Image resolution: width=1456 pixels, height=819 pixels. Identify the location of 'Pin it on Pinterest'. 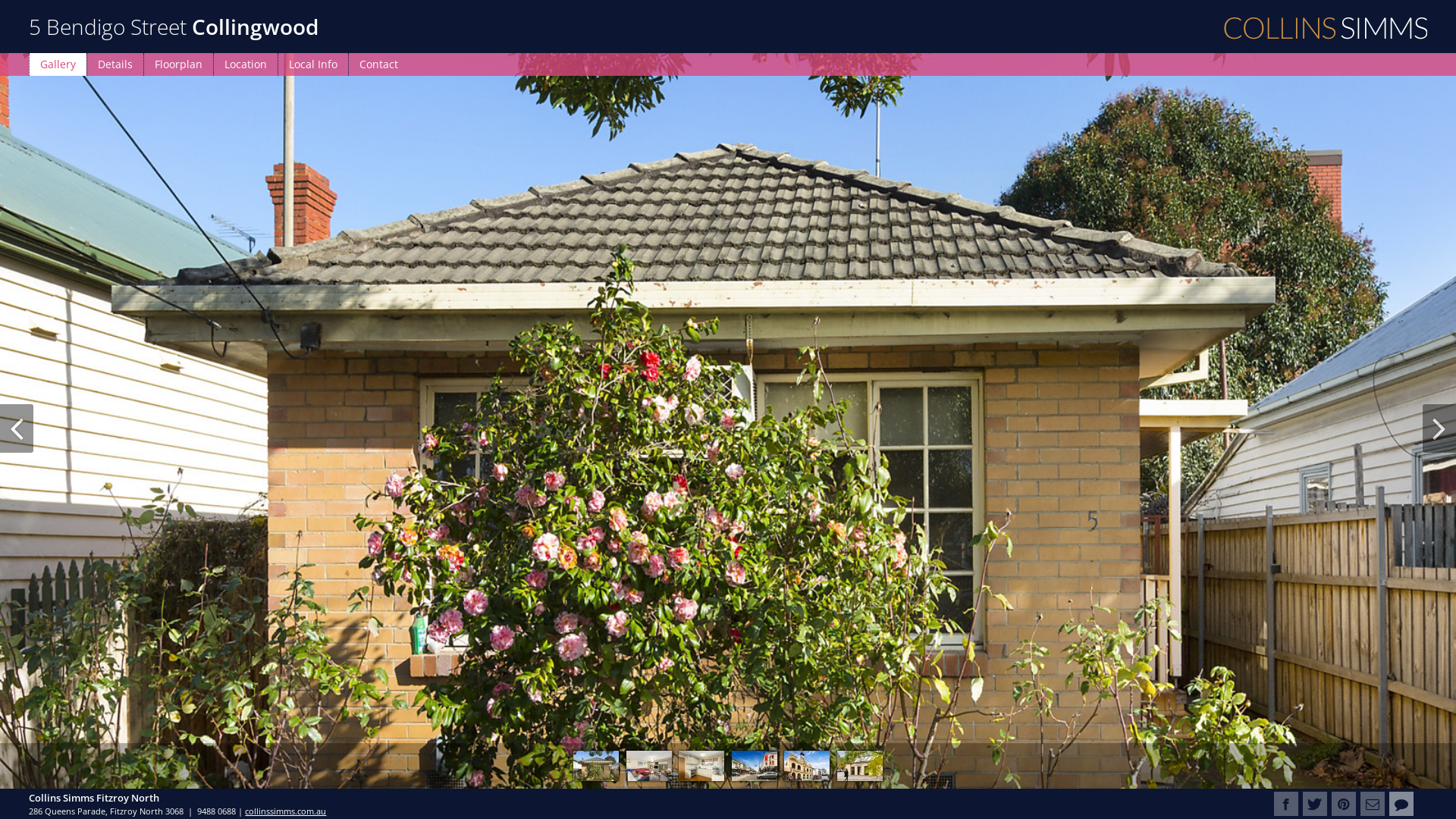
(1343, 803).